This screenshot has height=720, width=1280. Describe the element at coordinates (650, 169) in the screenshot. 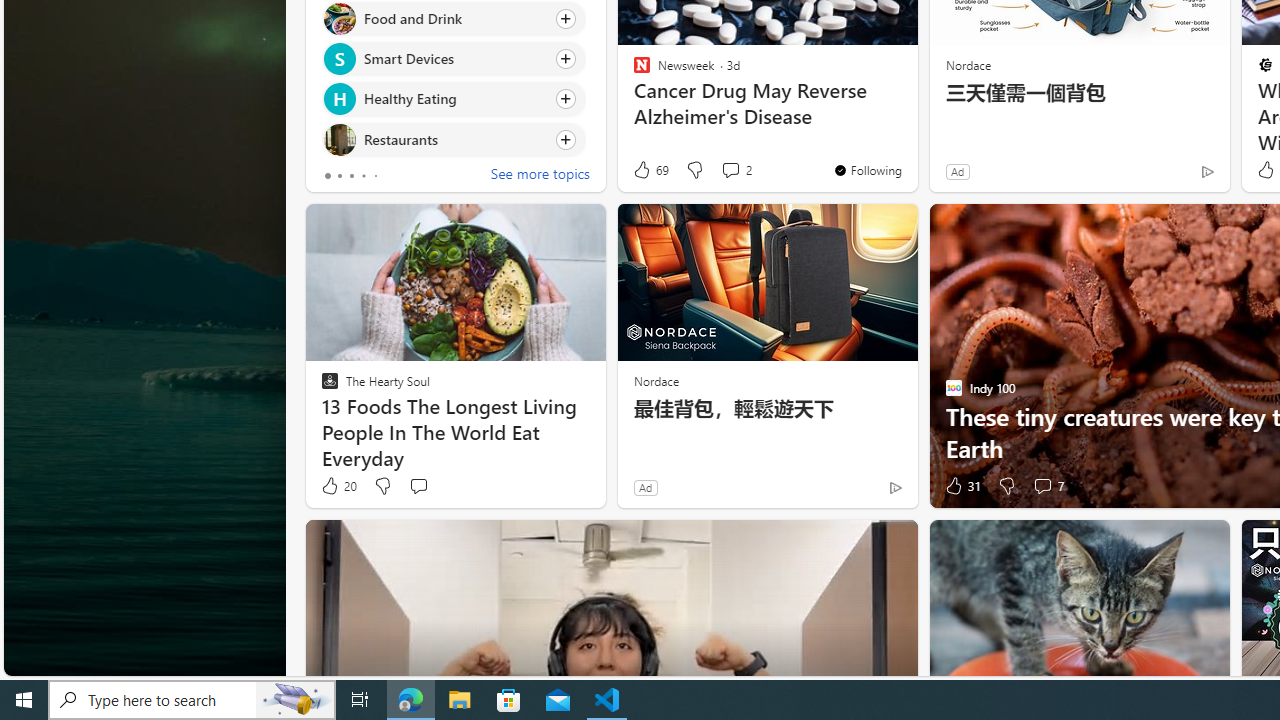

I see `'69 Like'` at that location.